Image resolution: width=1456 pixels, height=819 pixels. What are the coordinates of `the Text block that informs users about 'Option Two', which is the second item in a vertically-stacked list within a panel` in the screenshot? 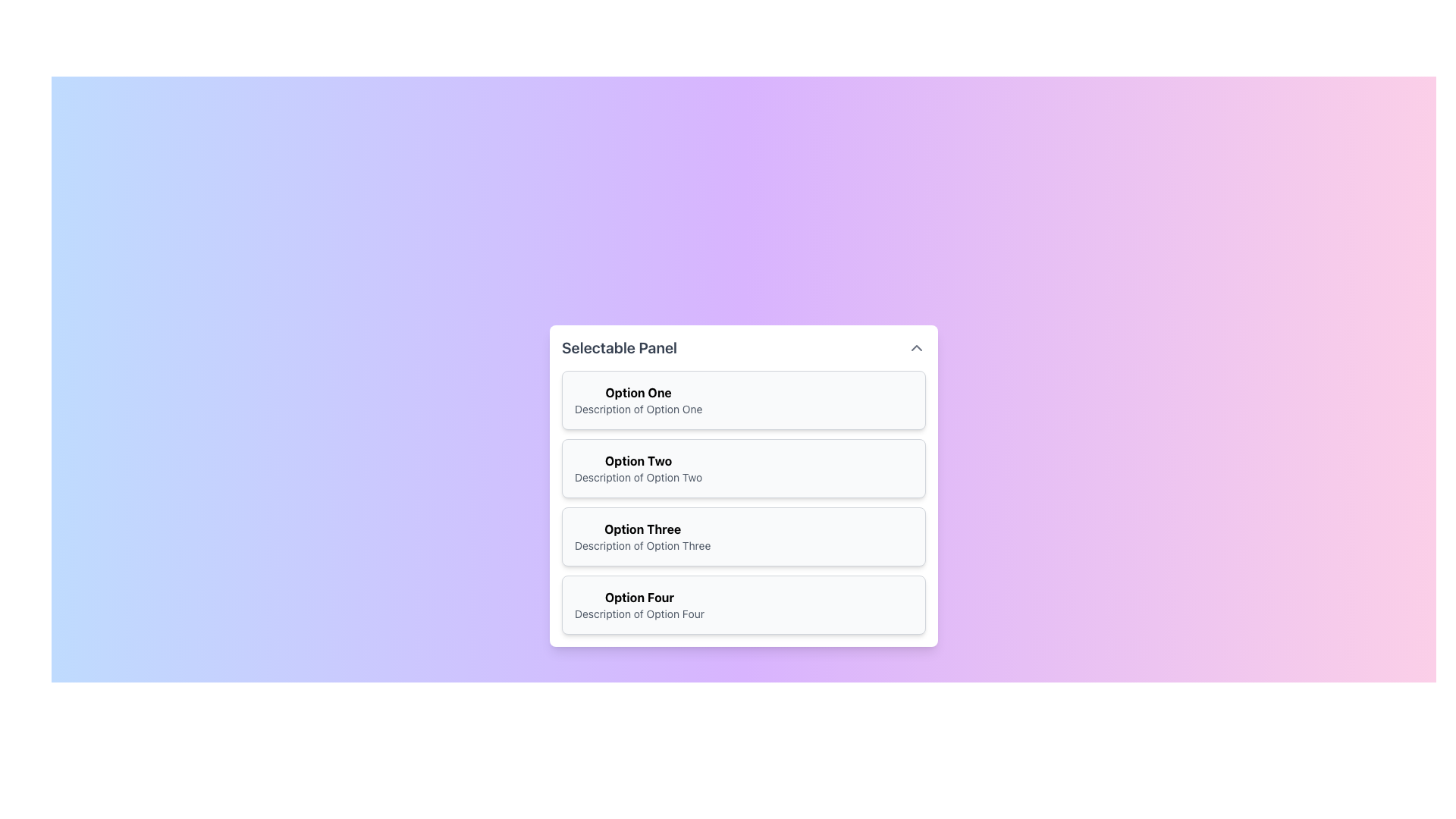 It's located at (639, 467).